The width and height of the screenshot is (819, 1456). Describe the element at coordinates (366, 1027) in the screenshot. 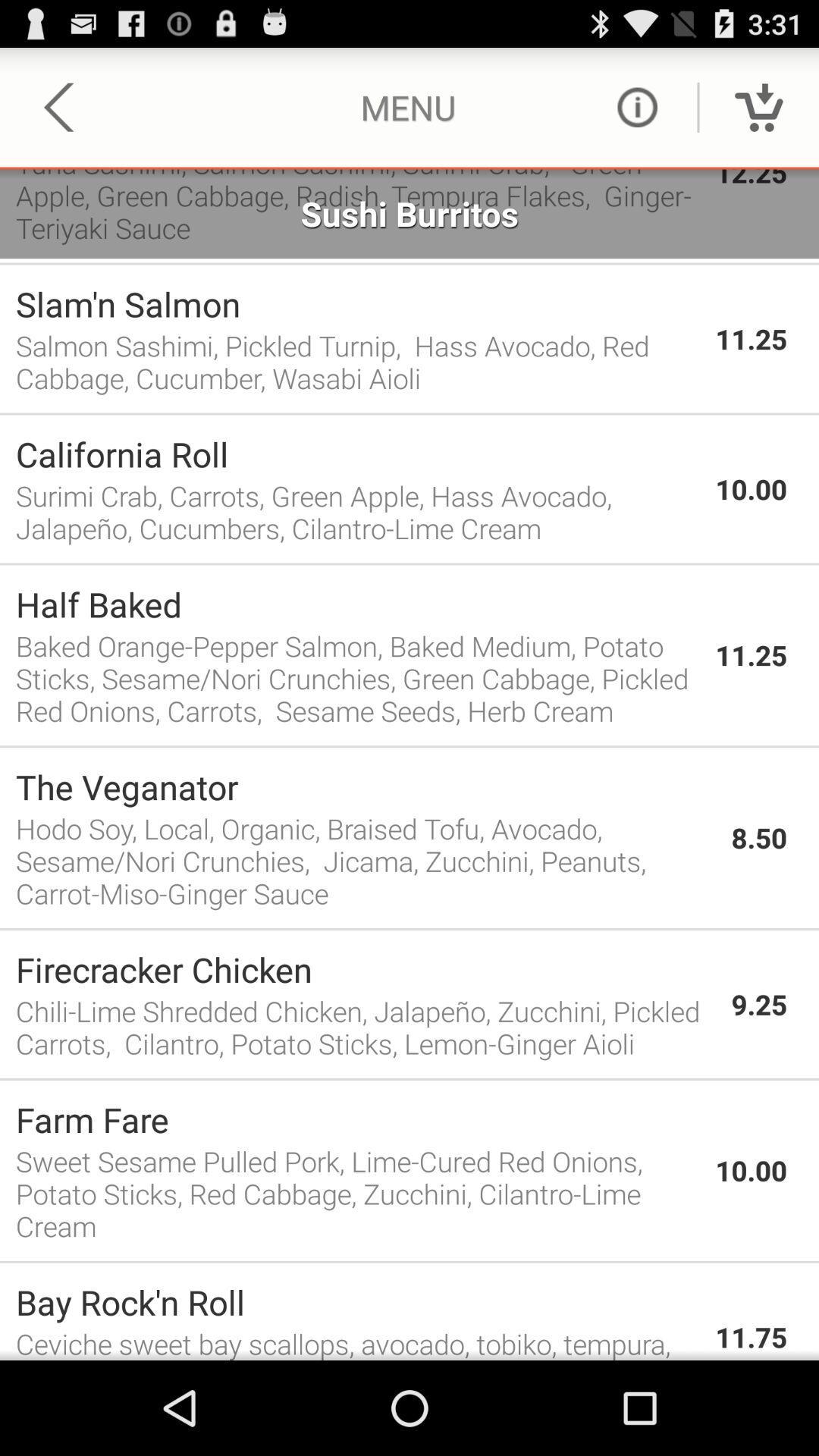

I see `item next to the 9.25 app` at that location.